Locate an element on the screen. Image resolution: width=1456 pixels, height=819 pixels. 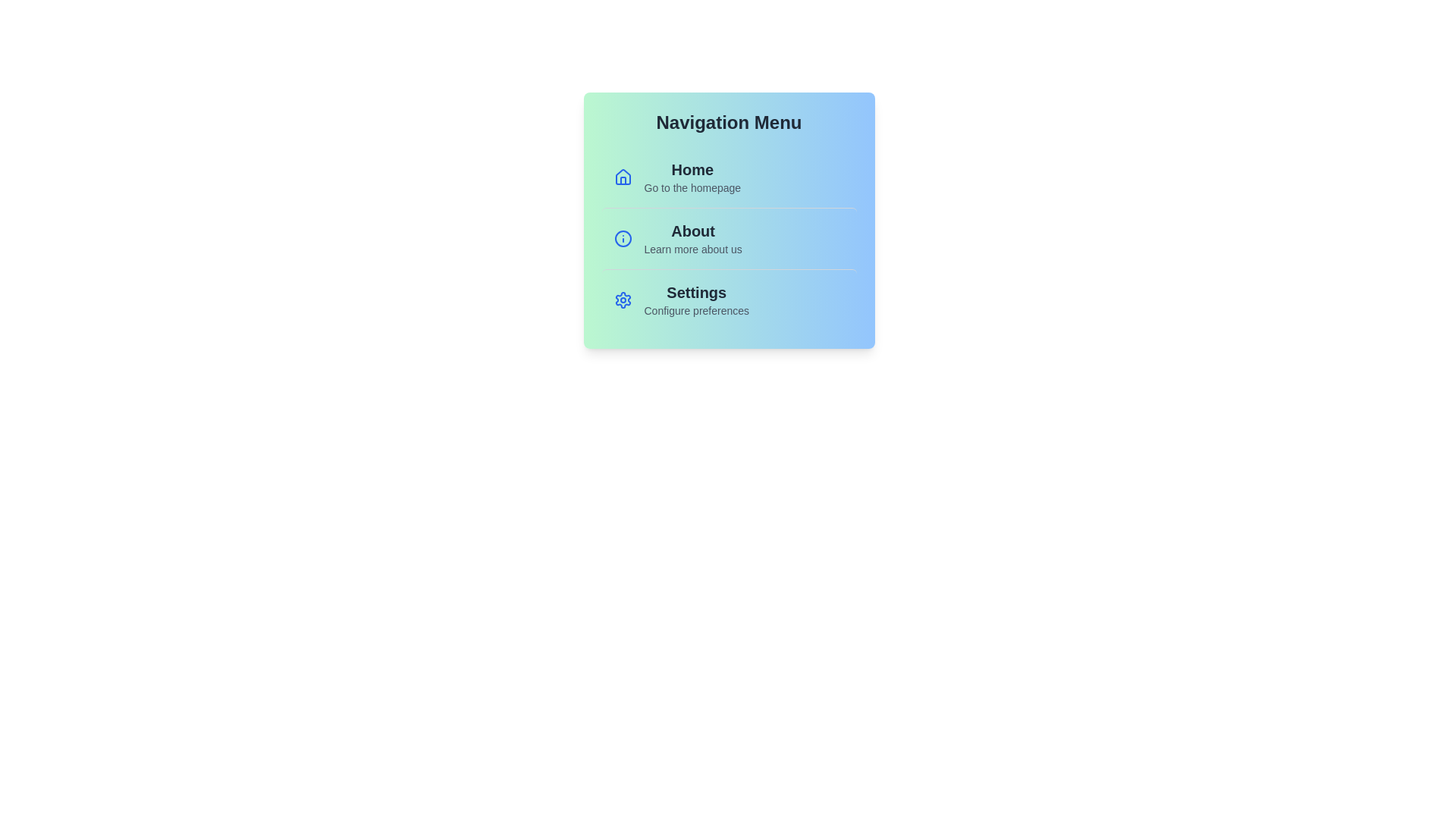
the menu item About to trigger its hover effect is located at coordinates (729, 238).